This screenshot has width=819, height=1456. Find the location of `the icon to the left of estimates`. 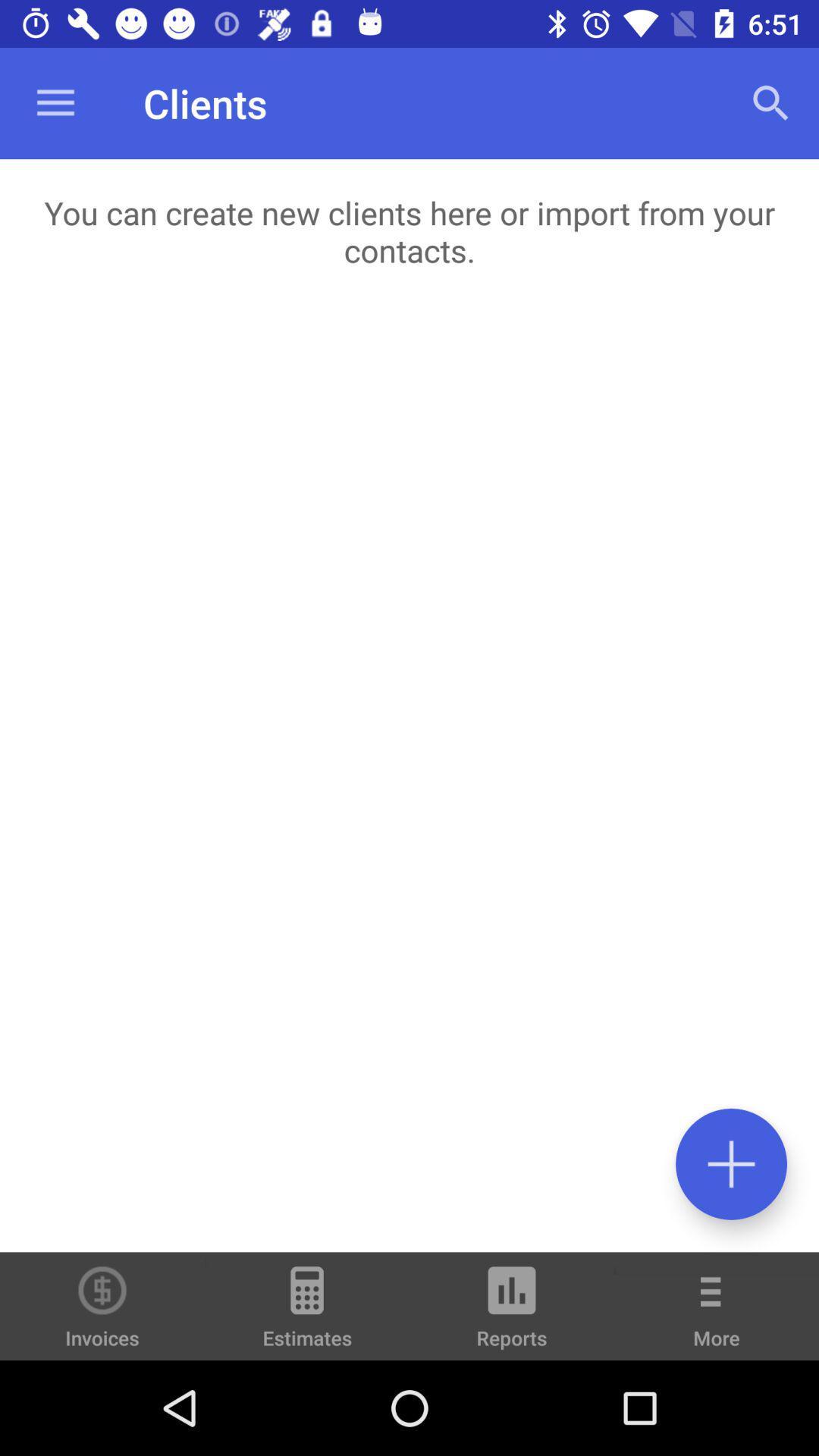

the icon to the left of estimates is located at coordinates (102, 1305).